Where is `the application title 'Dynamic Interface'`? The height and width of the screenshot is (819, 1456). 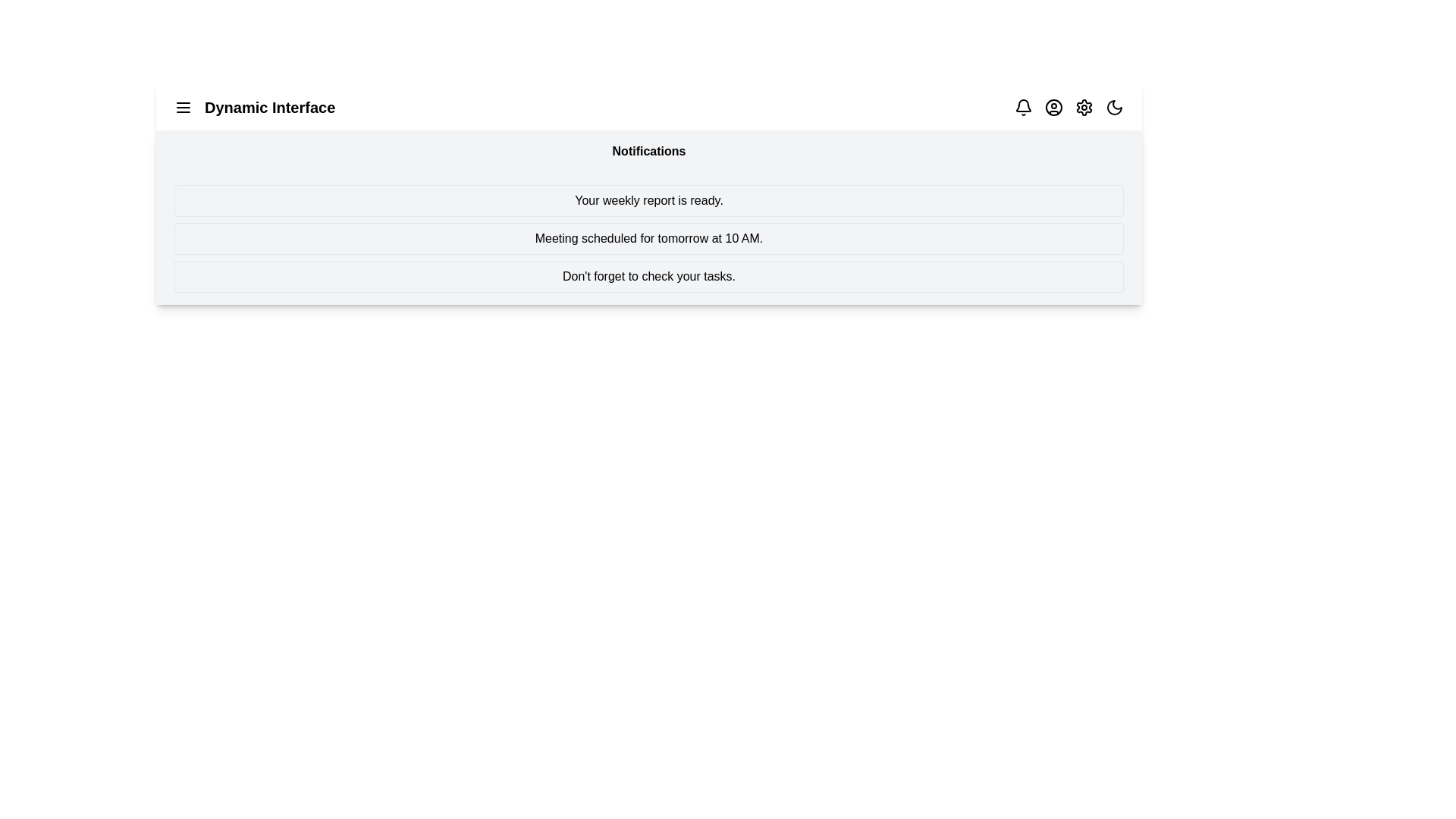 the application title 'Dynamic Interface' is located at coordinates (255, 107).